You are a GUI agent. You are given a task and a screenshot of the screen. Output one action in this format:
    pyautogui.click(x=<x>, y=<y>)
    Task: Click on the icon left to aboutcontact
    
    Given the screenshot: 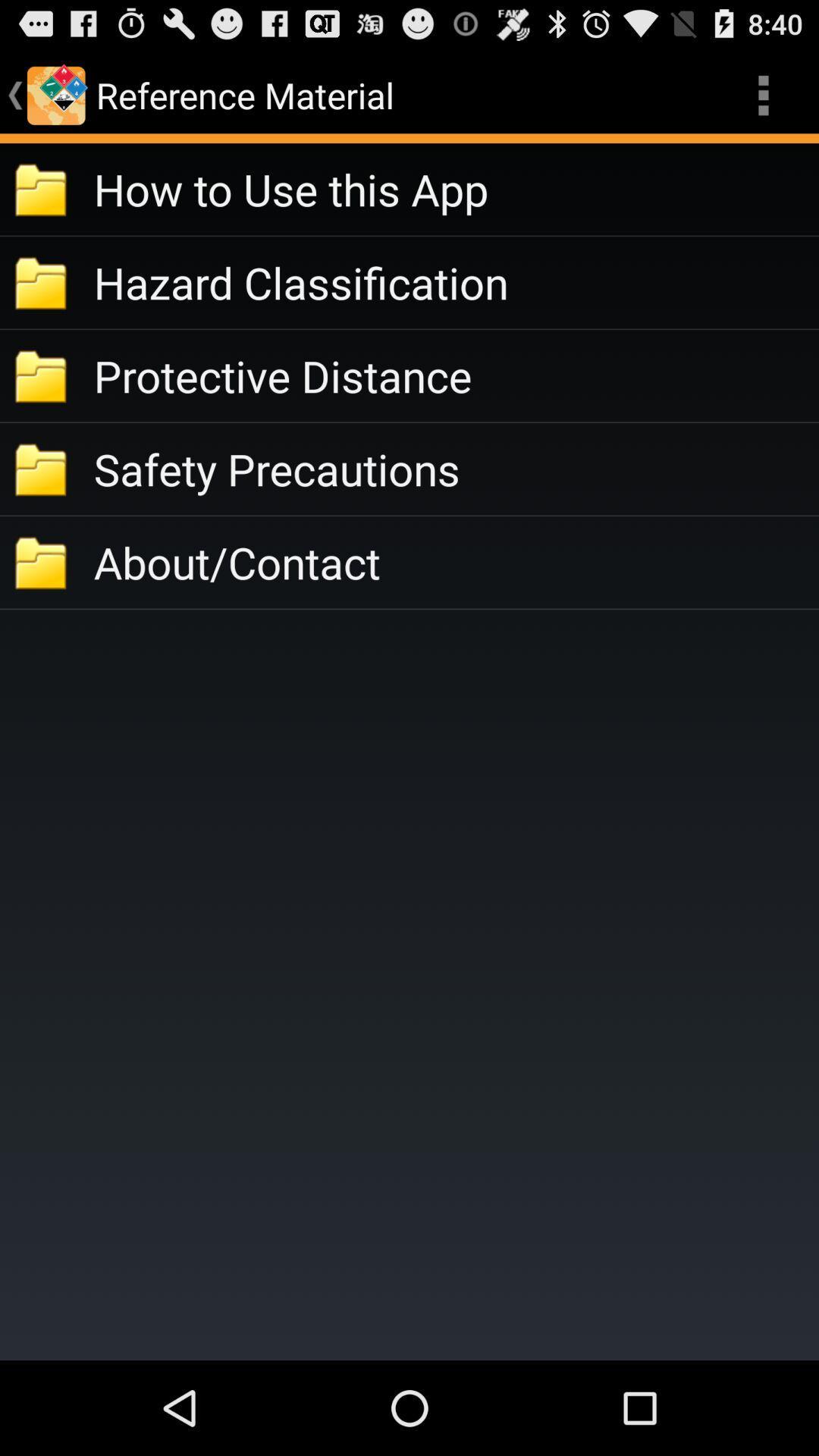 What is the action you would take?
    pyautogui.click(x=42, y=562)
    